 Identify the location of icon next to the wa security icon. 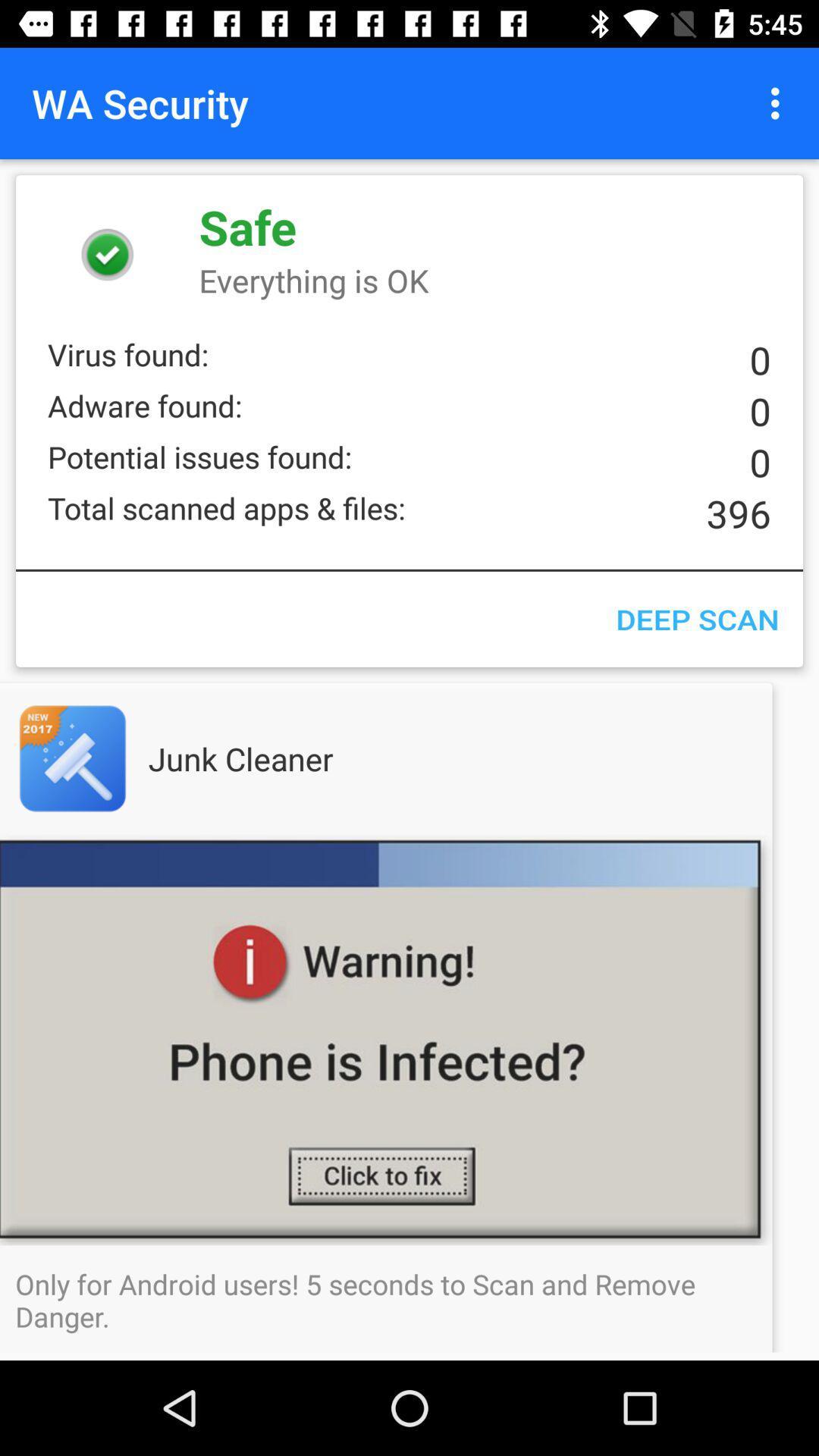
(779, 102).